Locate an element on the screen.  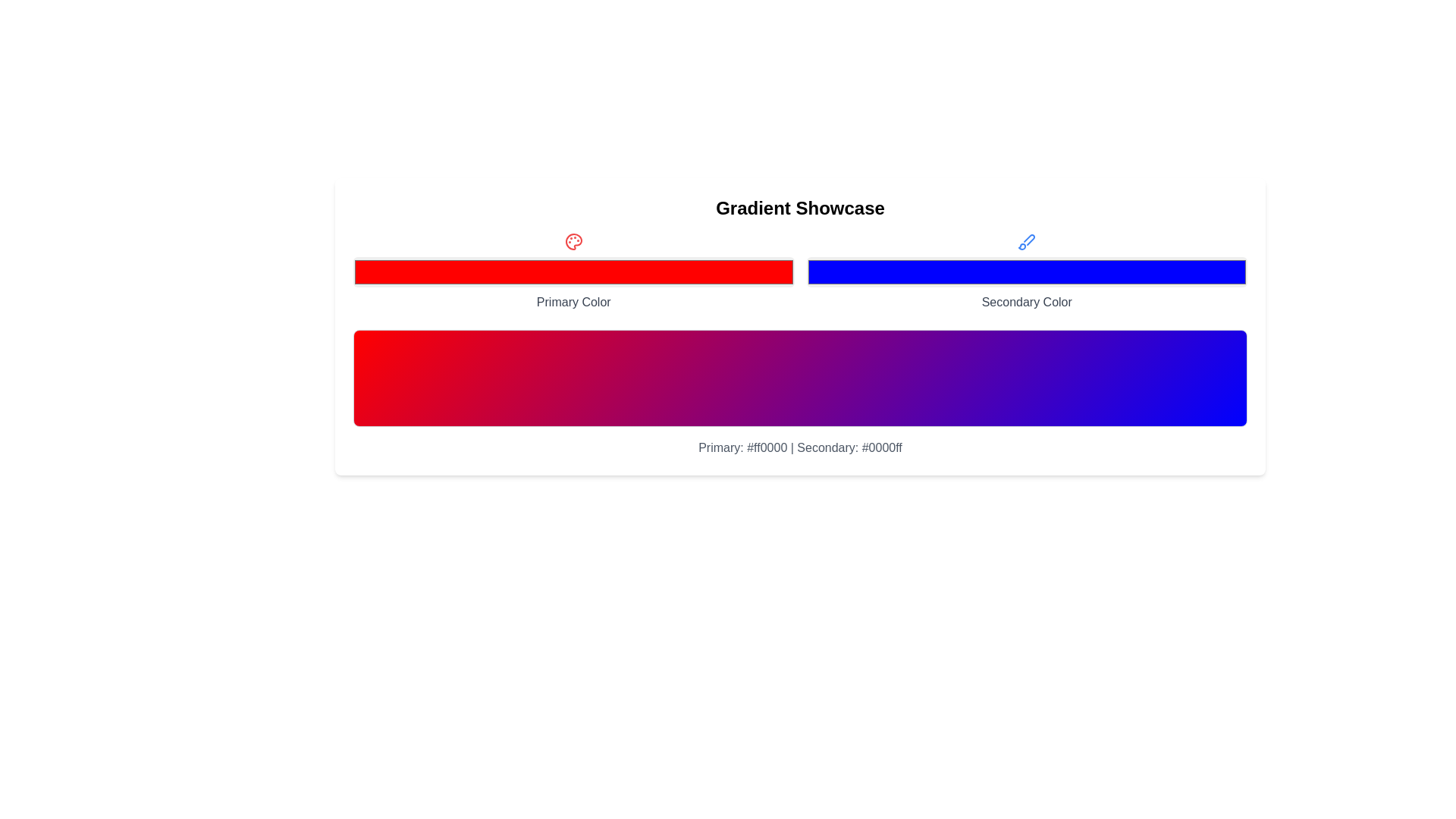
the vibrant blue color picker input box labeled 'Secondary Color' is located at coordinates (1027, 271).